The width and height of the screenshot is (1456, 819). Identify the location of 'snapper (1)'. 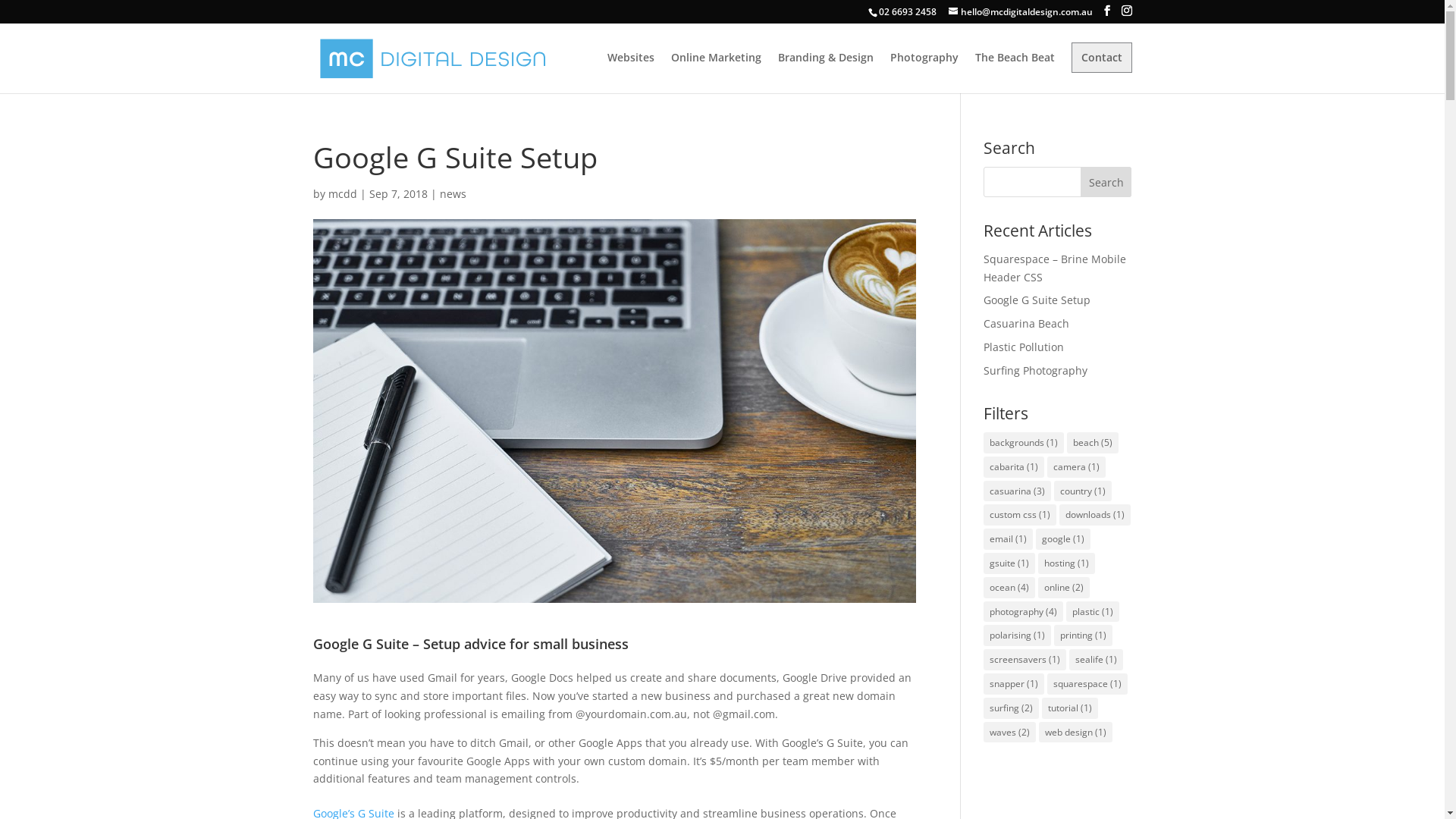
(1014, 684).